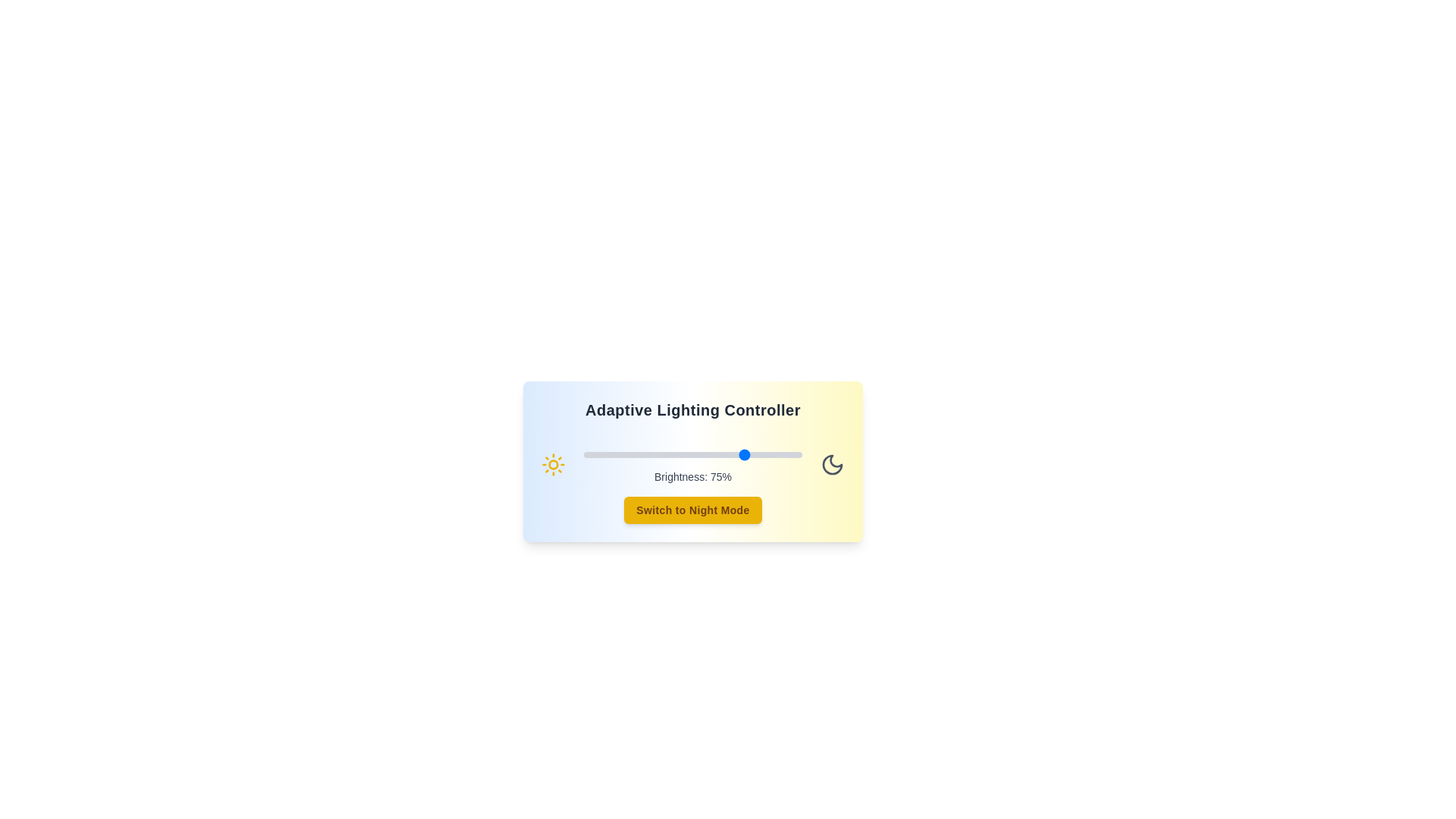 This screenshot has width=1456, height=819. I want to click on the button on the brightness control panel to switch modes, so click(692, 461).